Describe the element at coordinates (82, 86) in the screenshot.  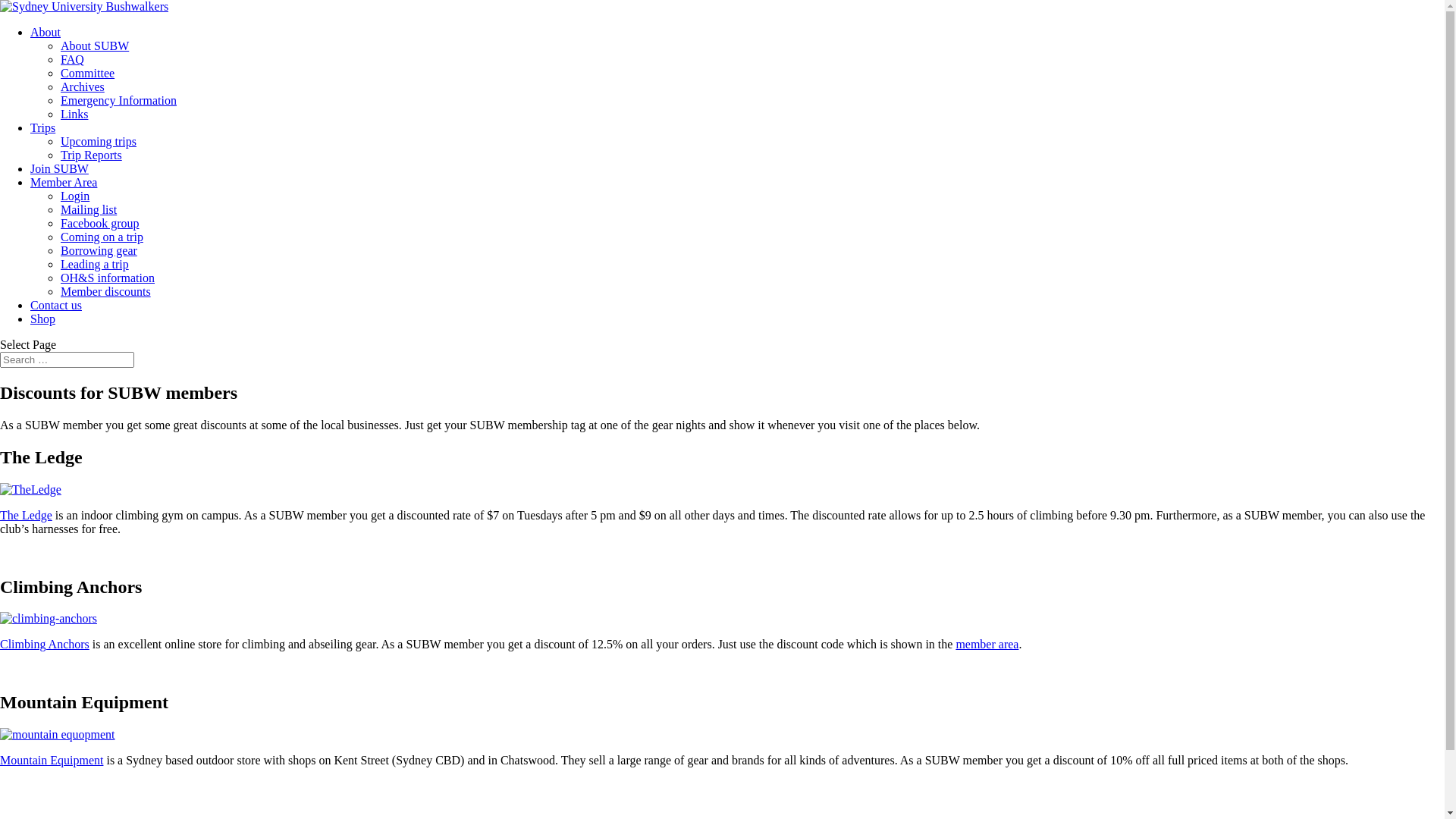
I see `'Archives'` at that location.